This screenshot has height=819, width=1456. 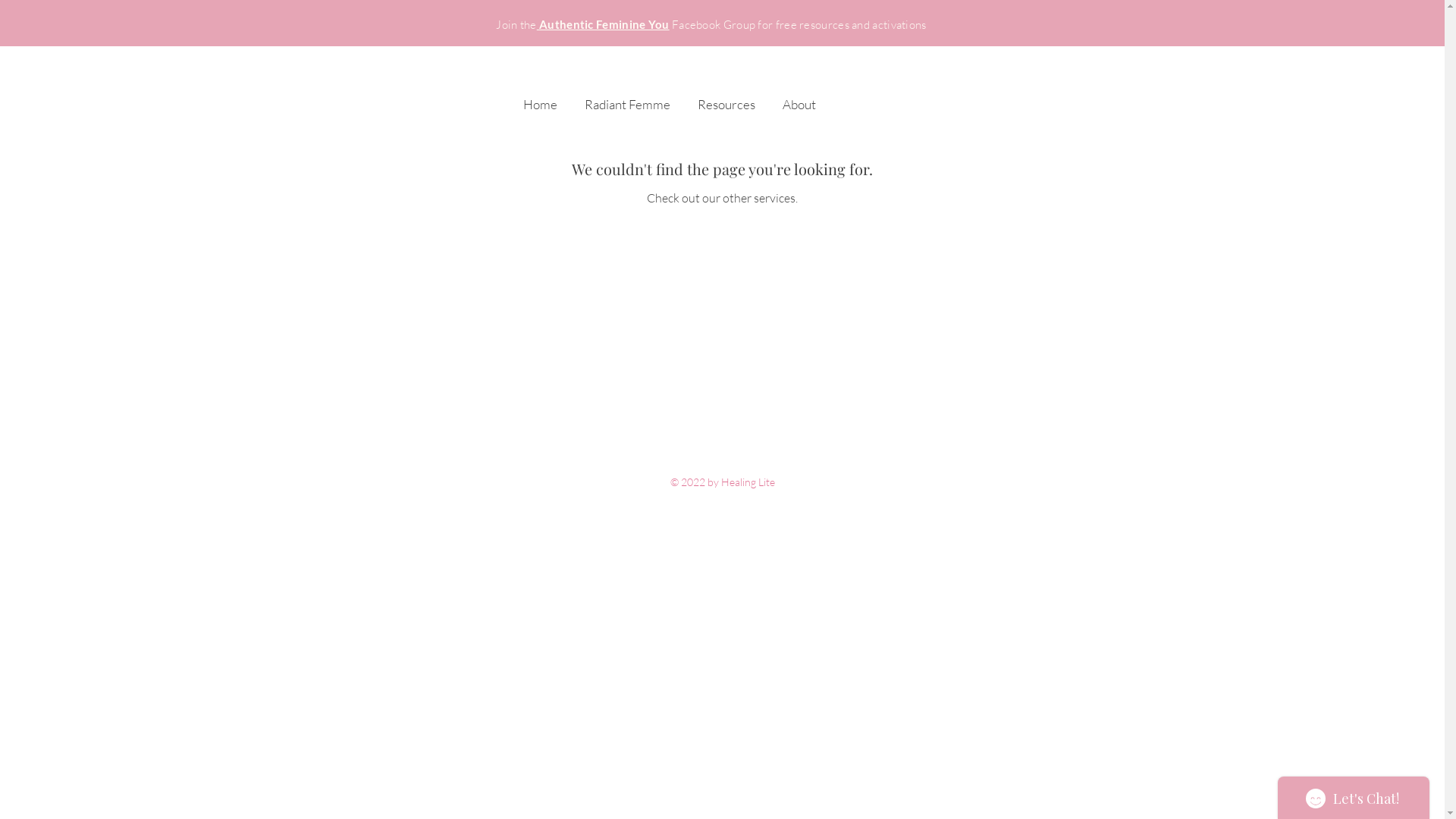 I want to click on 'Home', so click(x=540, y=97).